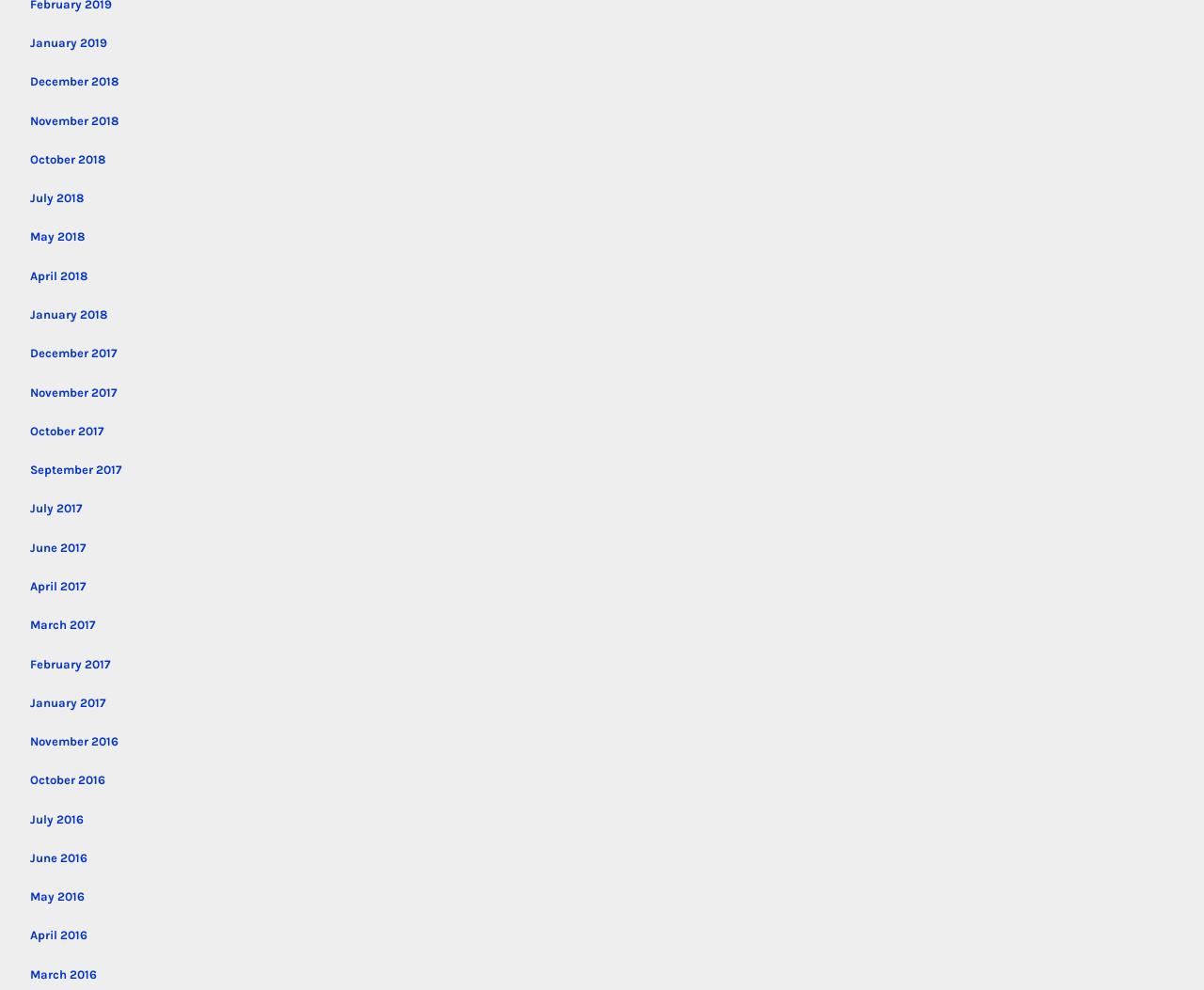 This screenshot has height=990, width=1204. Describe the element at coordinates (72, 391) in the screenshot. I see `'November 2017'` at that location.